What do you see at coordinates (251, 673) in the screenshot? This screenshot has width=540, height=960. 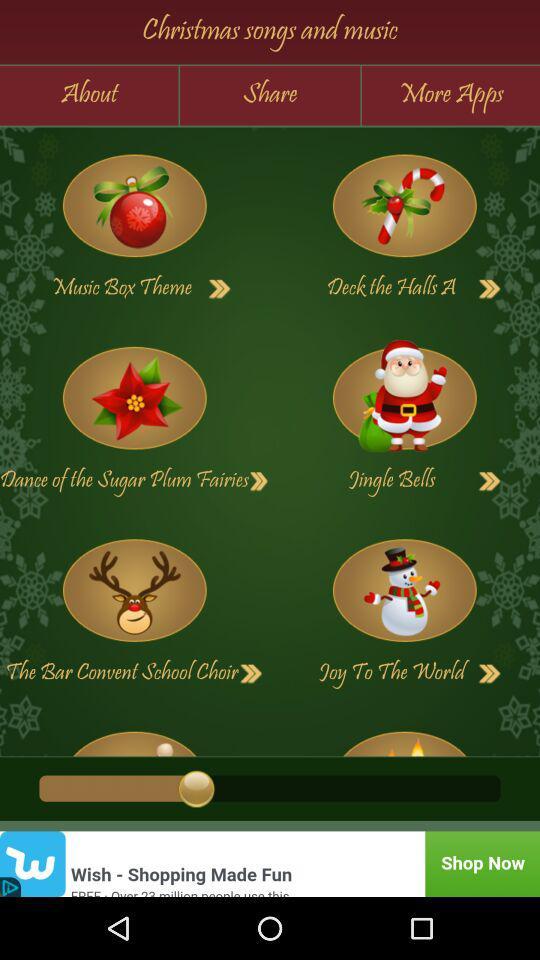 I see `the bar convent school choir` at bounding box center [251, 673].